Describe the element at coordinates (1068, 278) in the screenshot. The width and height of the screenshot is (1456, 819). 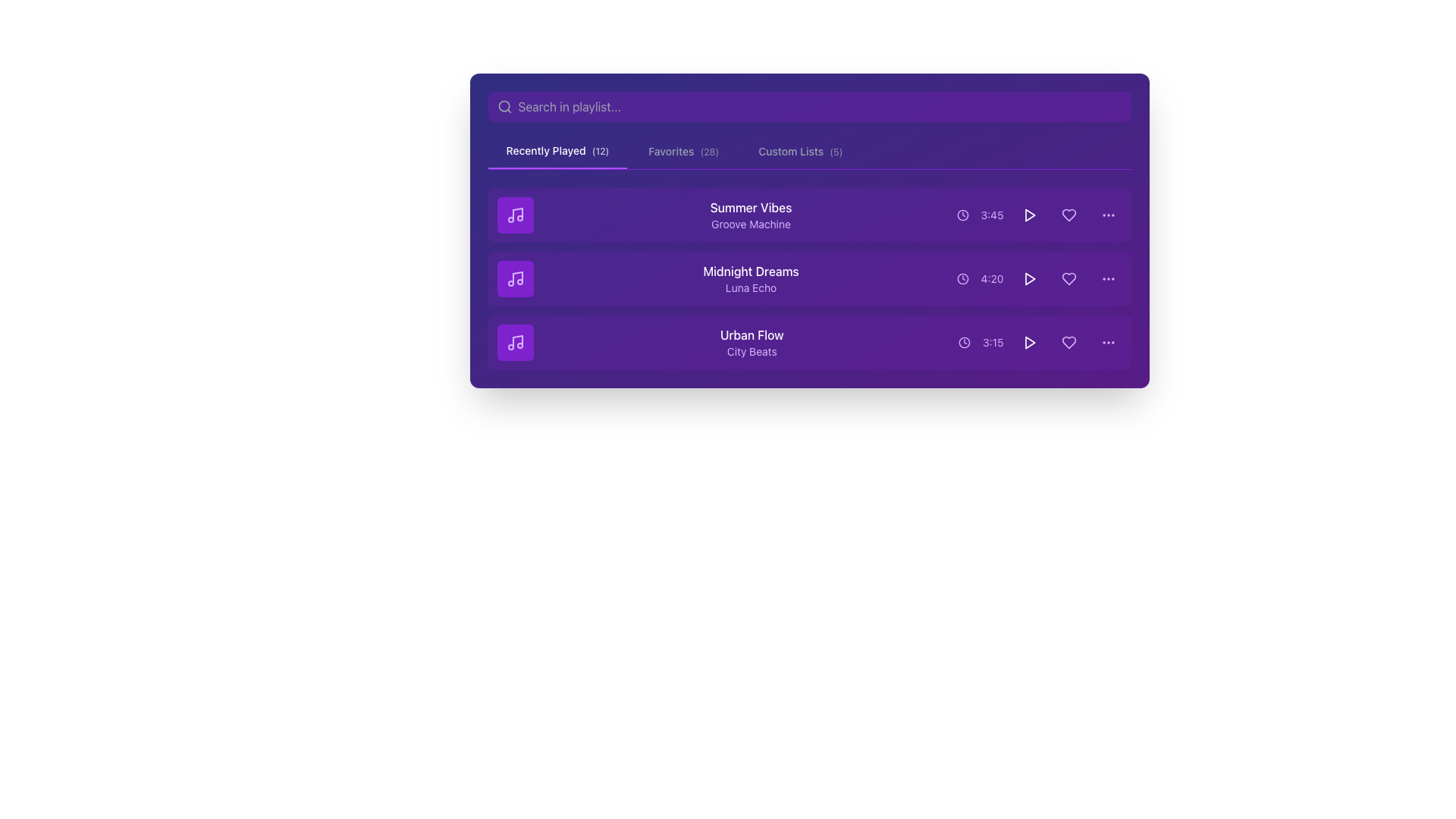
I see `the heart icon representing the 'favorite' action for the track 'Midnight Dreams'` at that location.